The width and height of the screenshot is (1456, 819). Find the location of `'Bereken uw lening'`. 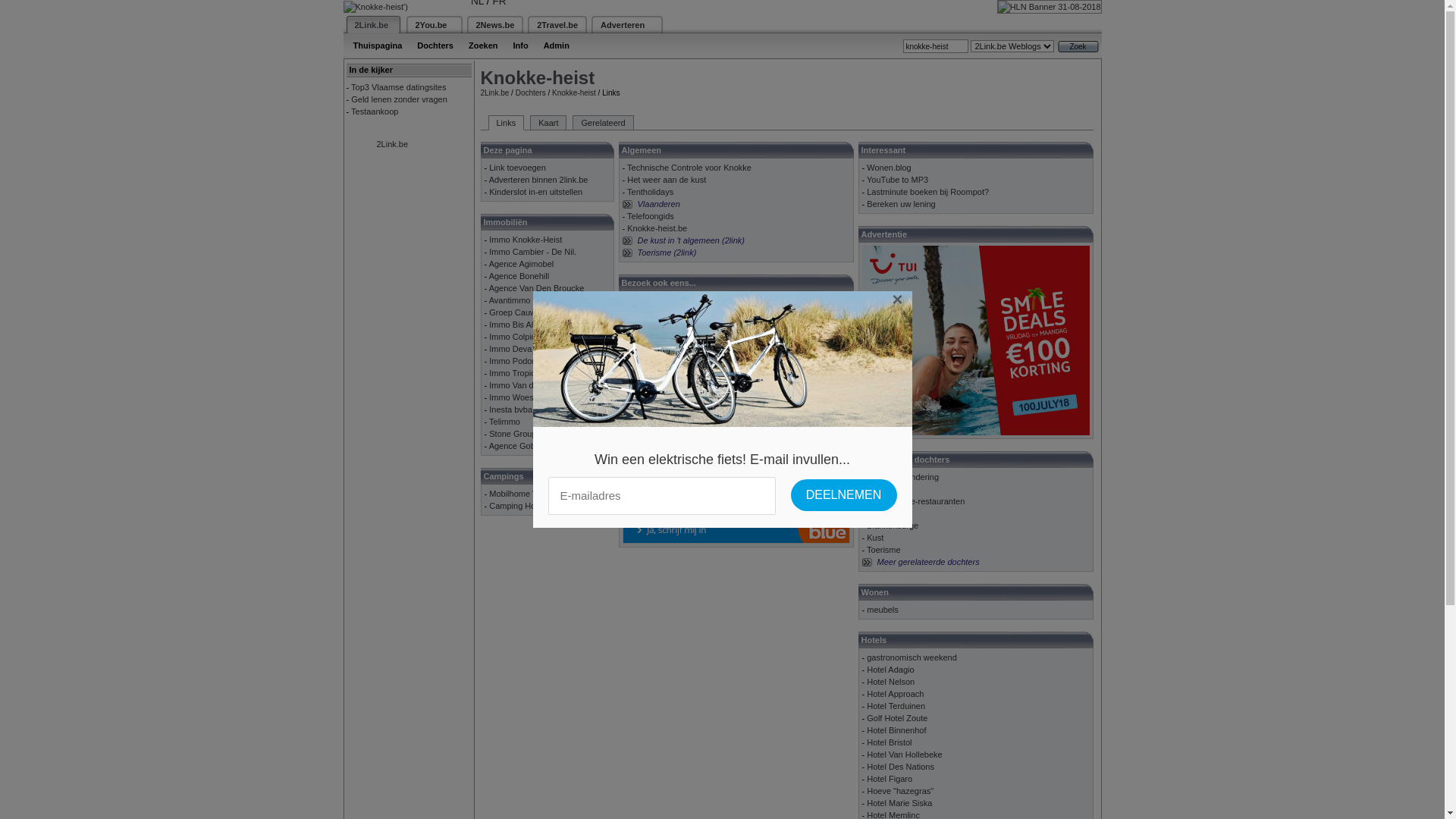

'Bereken uw lening' is located at coordinates (866, 203).